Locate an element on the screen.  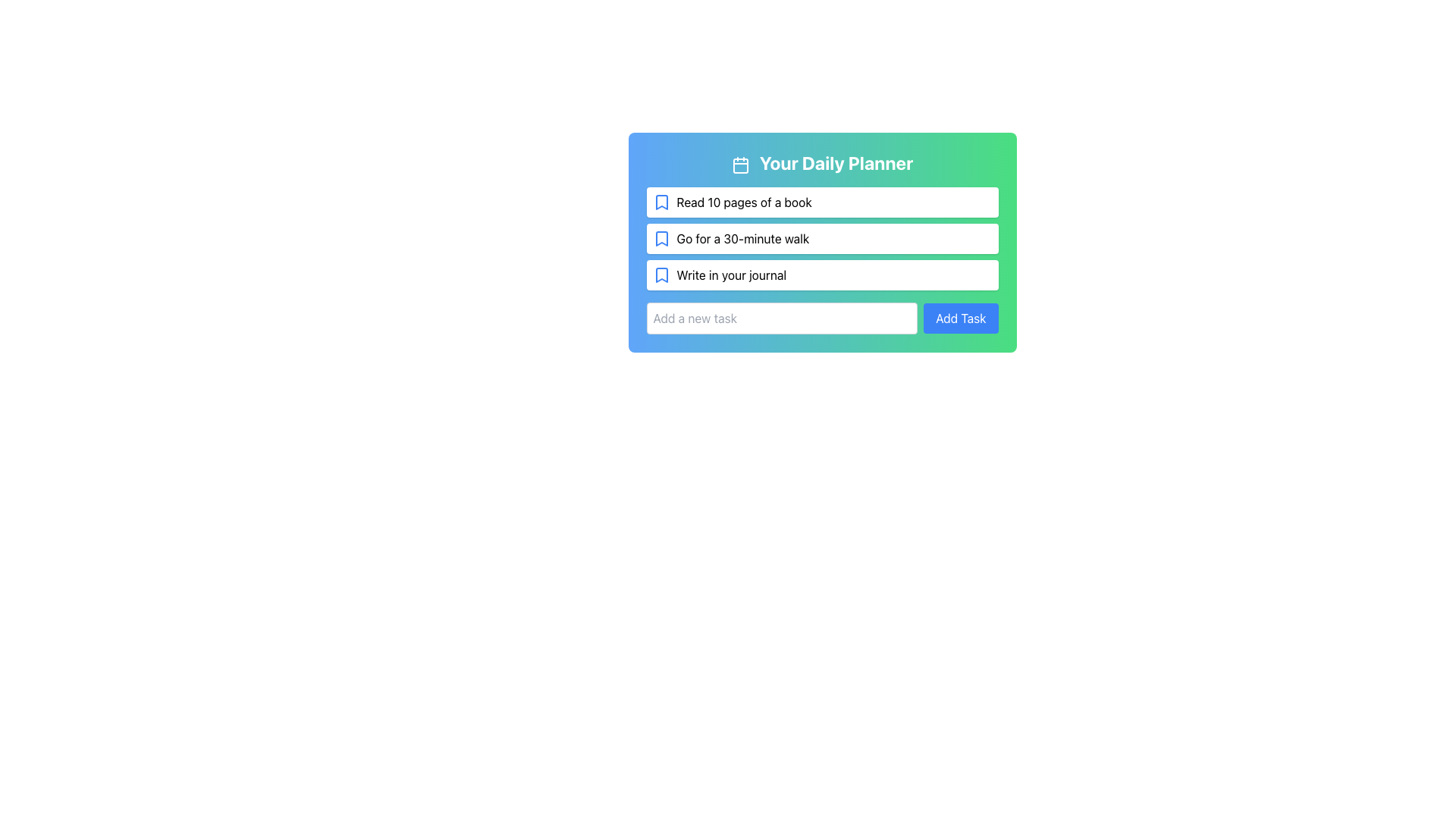
the bookmark-shaped icon located to the left of the list item that reads 'Read 10 pages of a book' is located at coordinates (661, 201).